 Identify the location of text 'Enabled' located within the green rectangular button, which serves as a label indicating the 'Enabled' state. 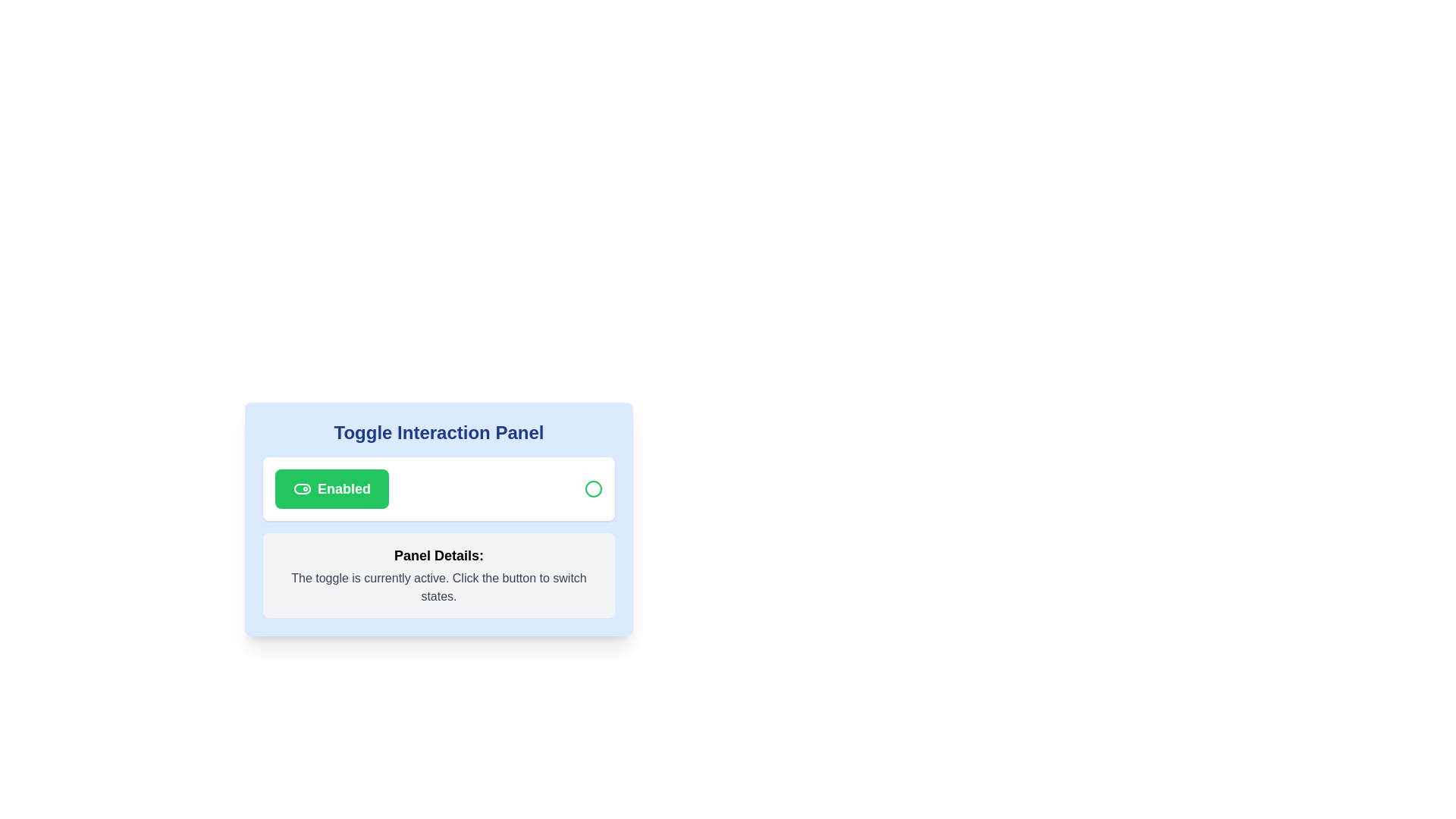
(344, 488).